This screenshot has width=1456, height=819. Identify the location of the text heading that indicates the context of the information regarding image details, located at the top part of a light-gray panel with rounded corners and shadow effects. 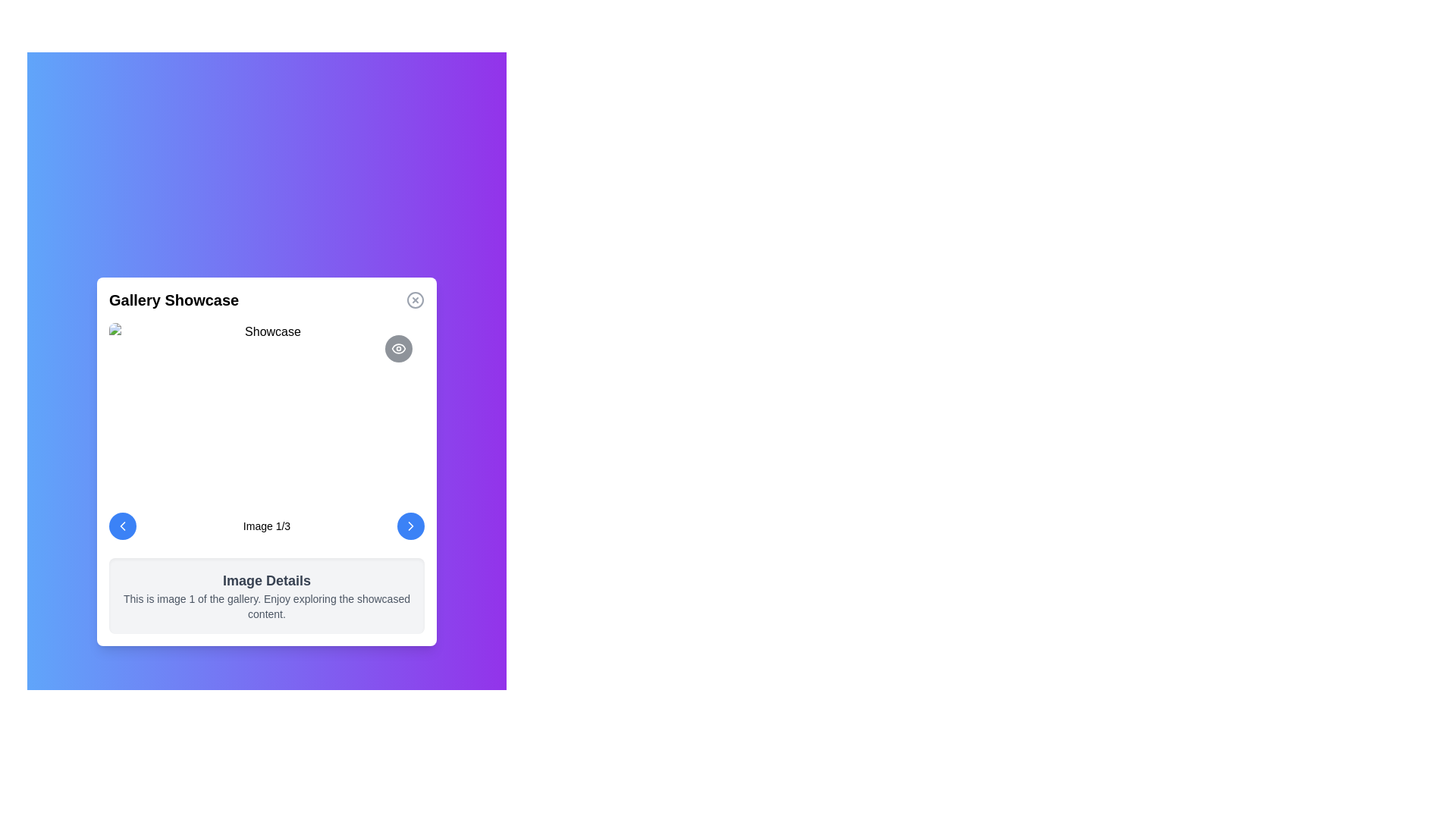
(266, 580).